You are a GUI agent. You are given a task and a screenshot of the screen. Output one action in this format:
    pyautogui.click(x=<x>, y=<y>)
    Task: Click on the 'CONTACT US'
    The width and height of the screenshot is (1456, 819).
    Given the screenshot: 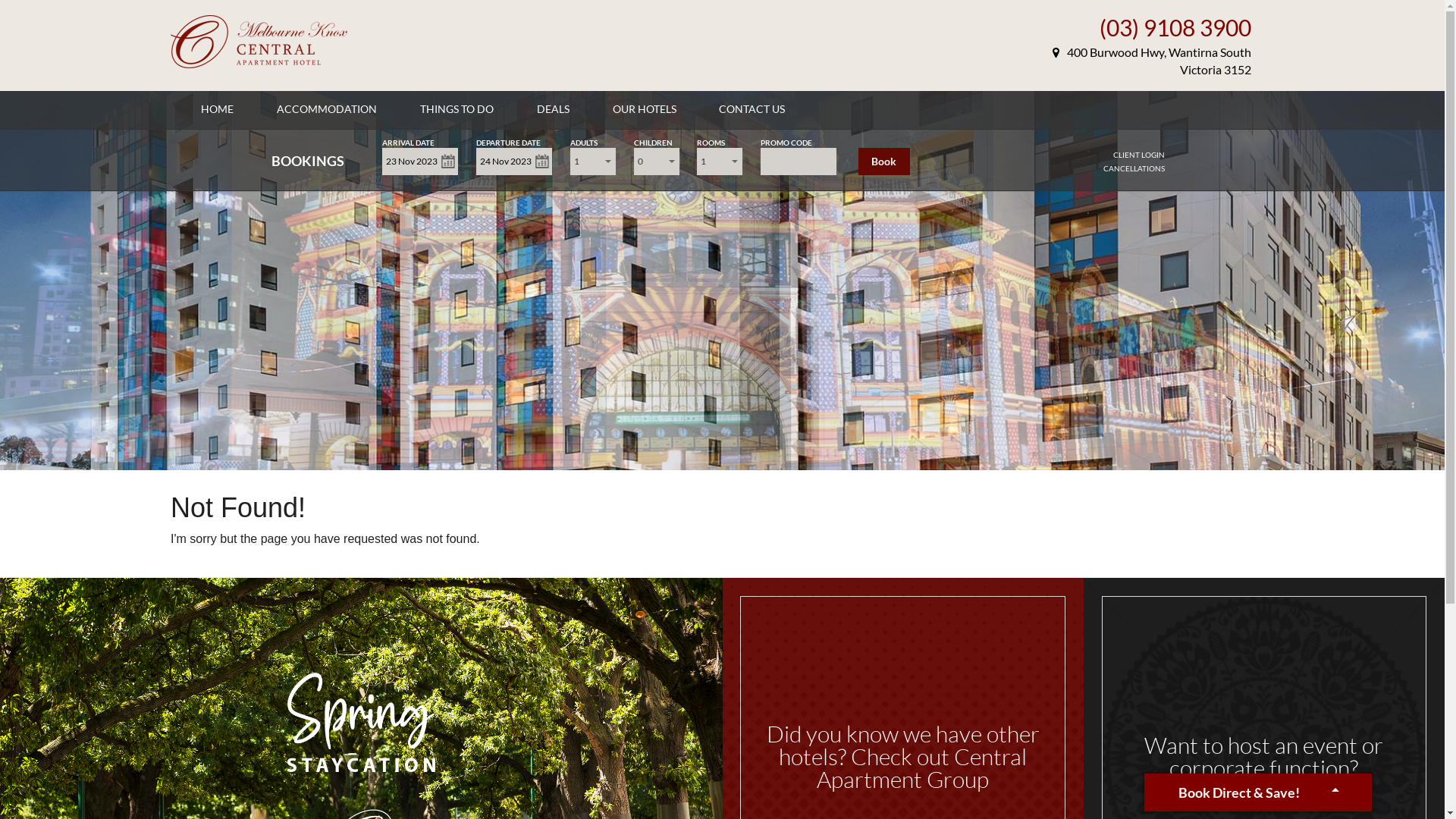 What is the action you would take?
    pyautogui.click(x=752, y=108)
    